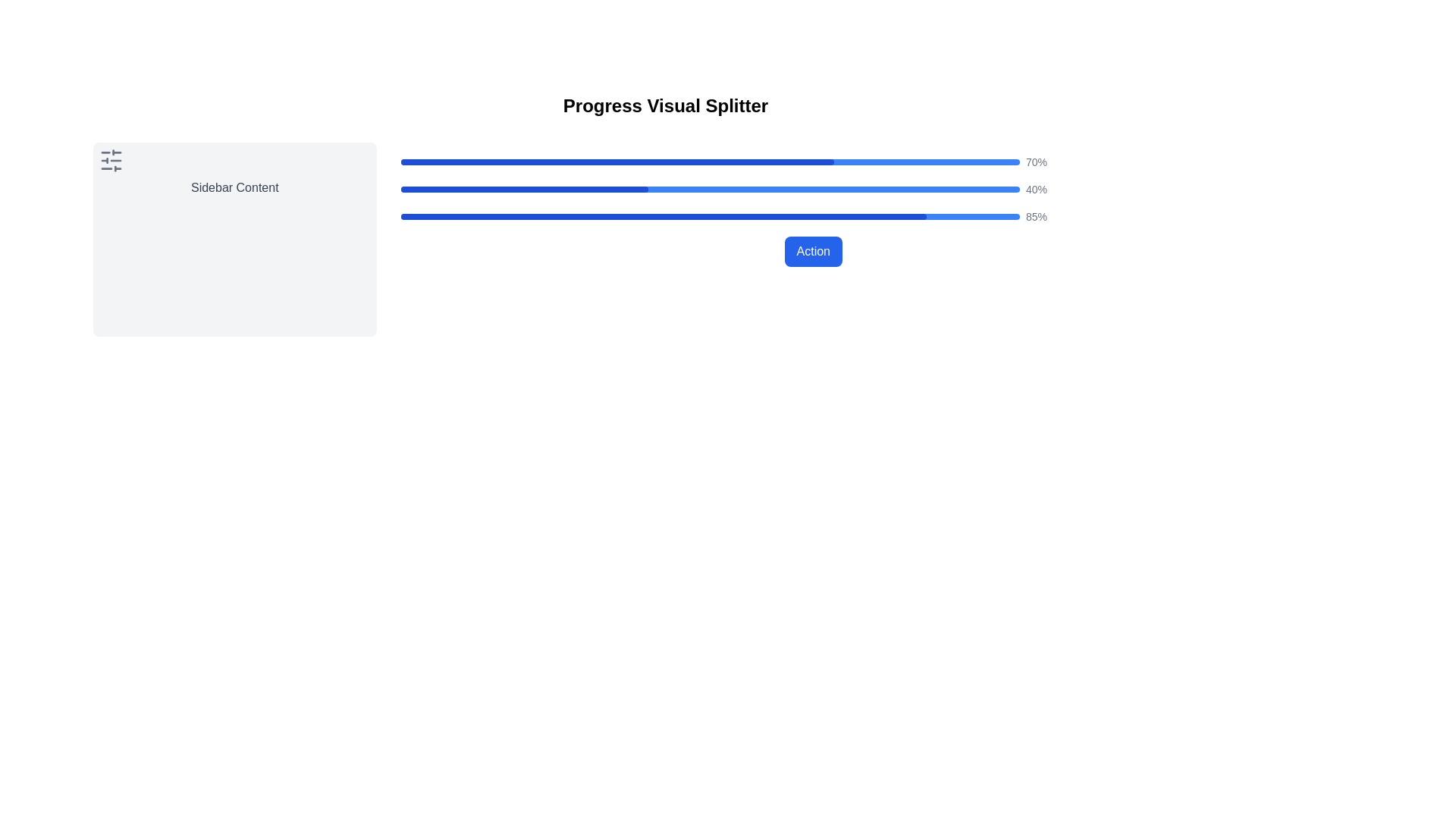 This screenshot has width=1456, height=819. Describe the element at coordinates (709, 189) in the screenshot. I see `the progress bar element, which is a horizontal bar with a blue base and 40% completion` at that location.